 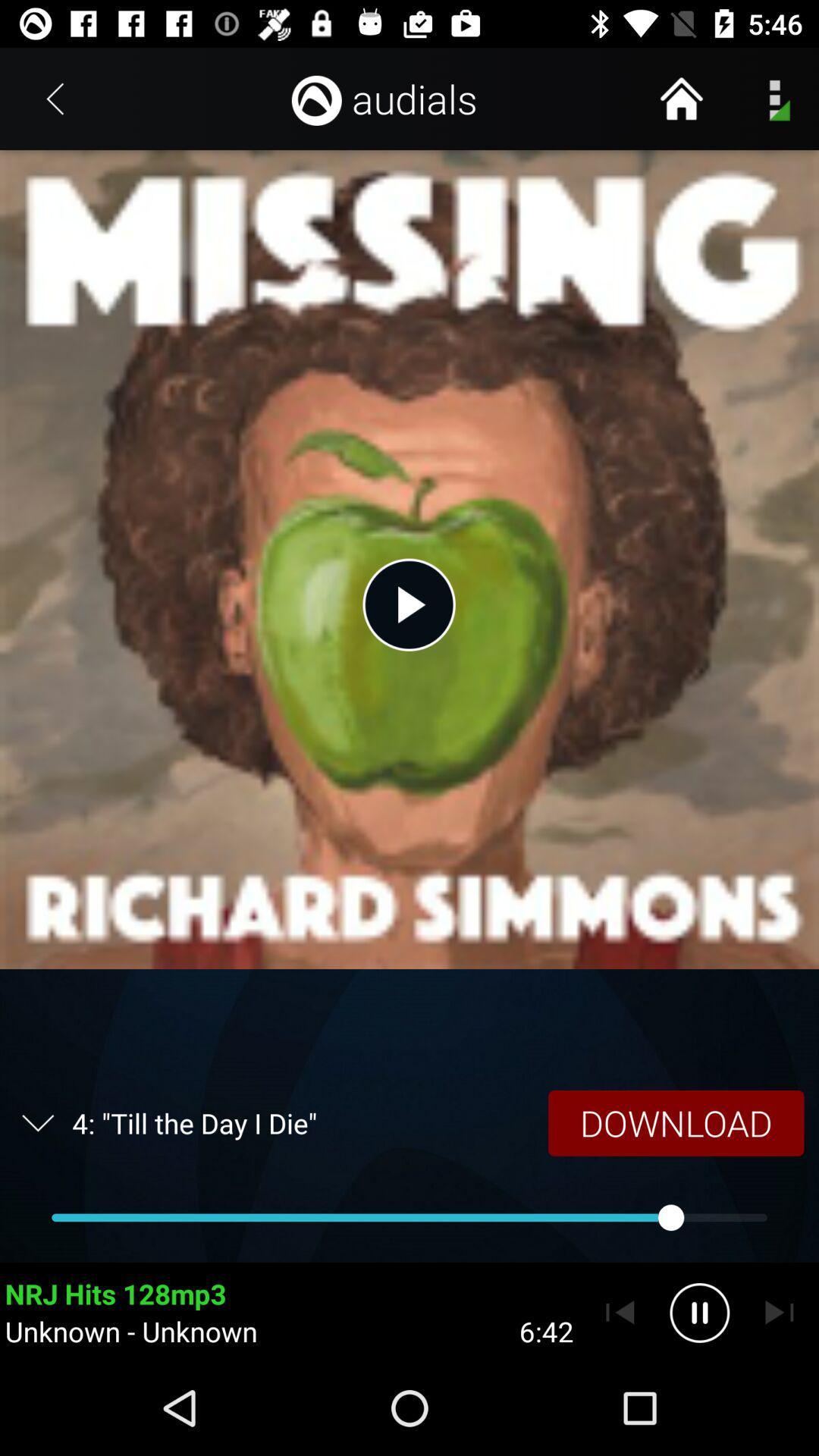 I want to click on homepage, so click(x=680, y=98).